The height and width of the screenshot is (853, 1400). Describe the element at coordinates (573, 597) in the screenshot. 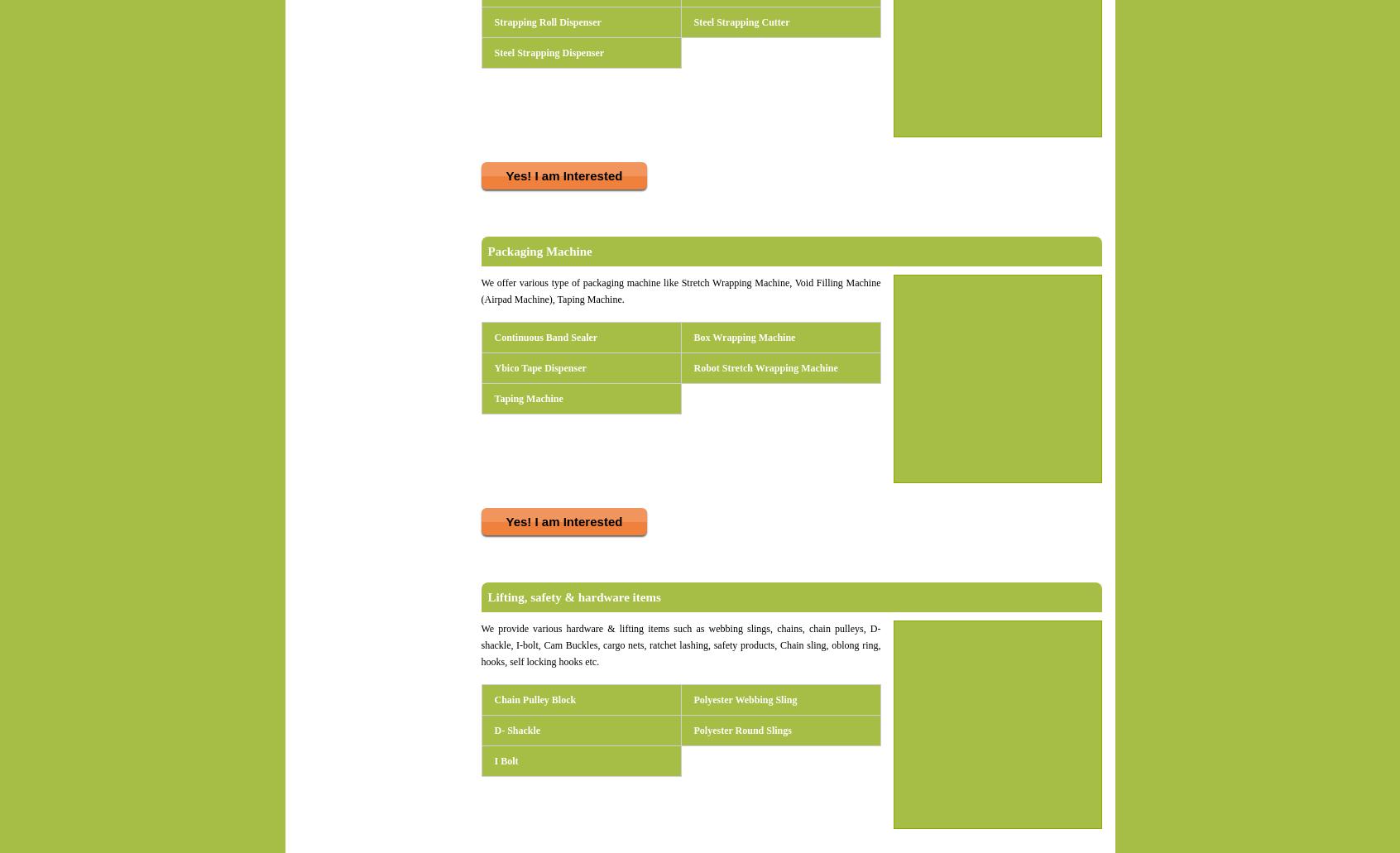

I see `'Lifting, safety & hardware items'` at that location.